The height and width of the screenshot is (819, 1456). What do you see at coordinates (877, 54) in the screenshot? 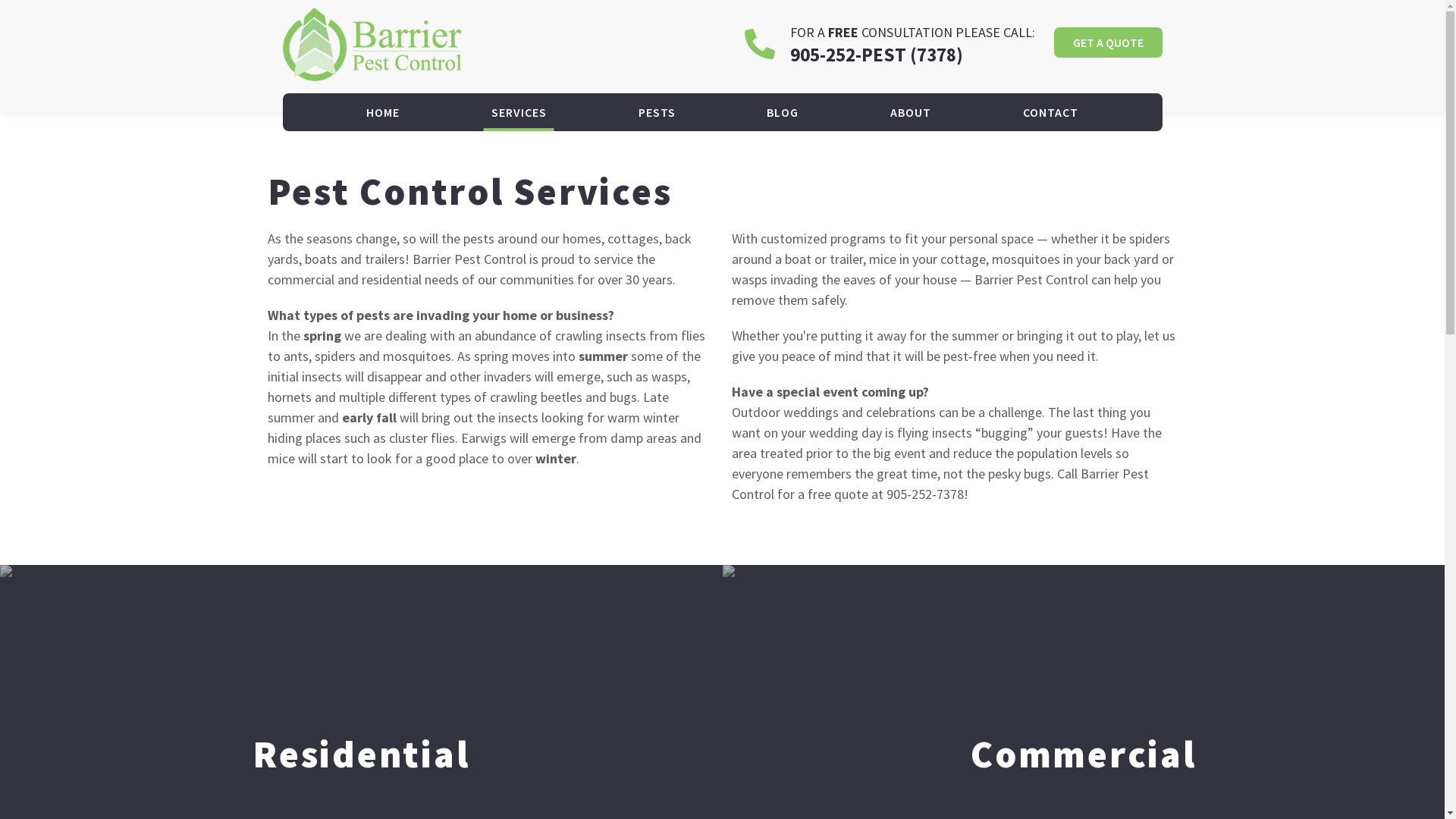
I see `'905-252-PEST (7378)'` at bounding box center [877, 54].